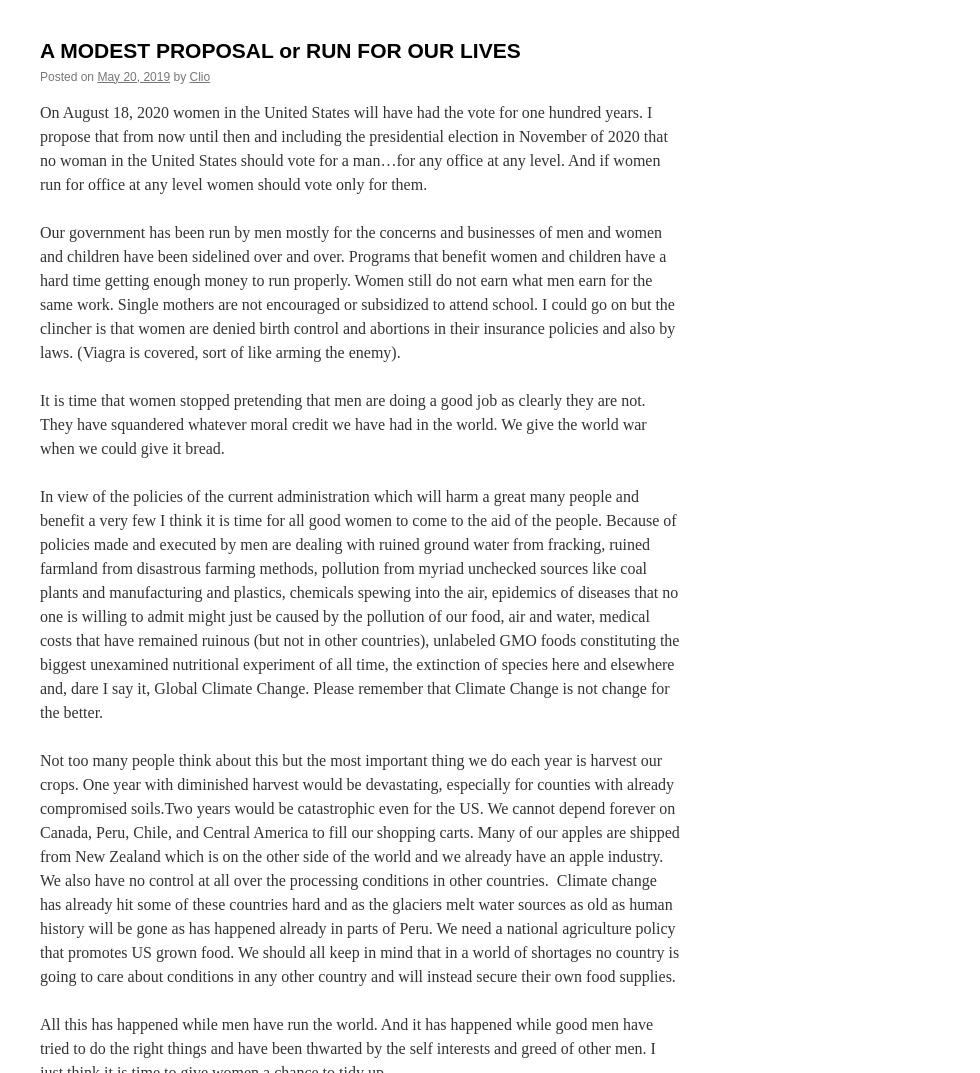  I want to click on 'May 20, 2019', so click(133, 75).